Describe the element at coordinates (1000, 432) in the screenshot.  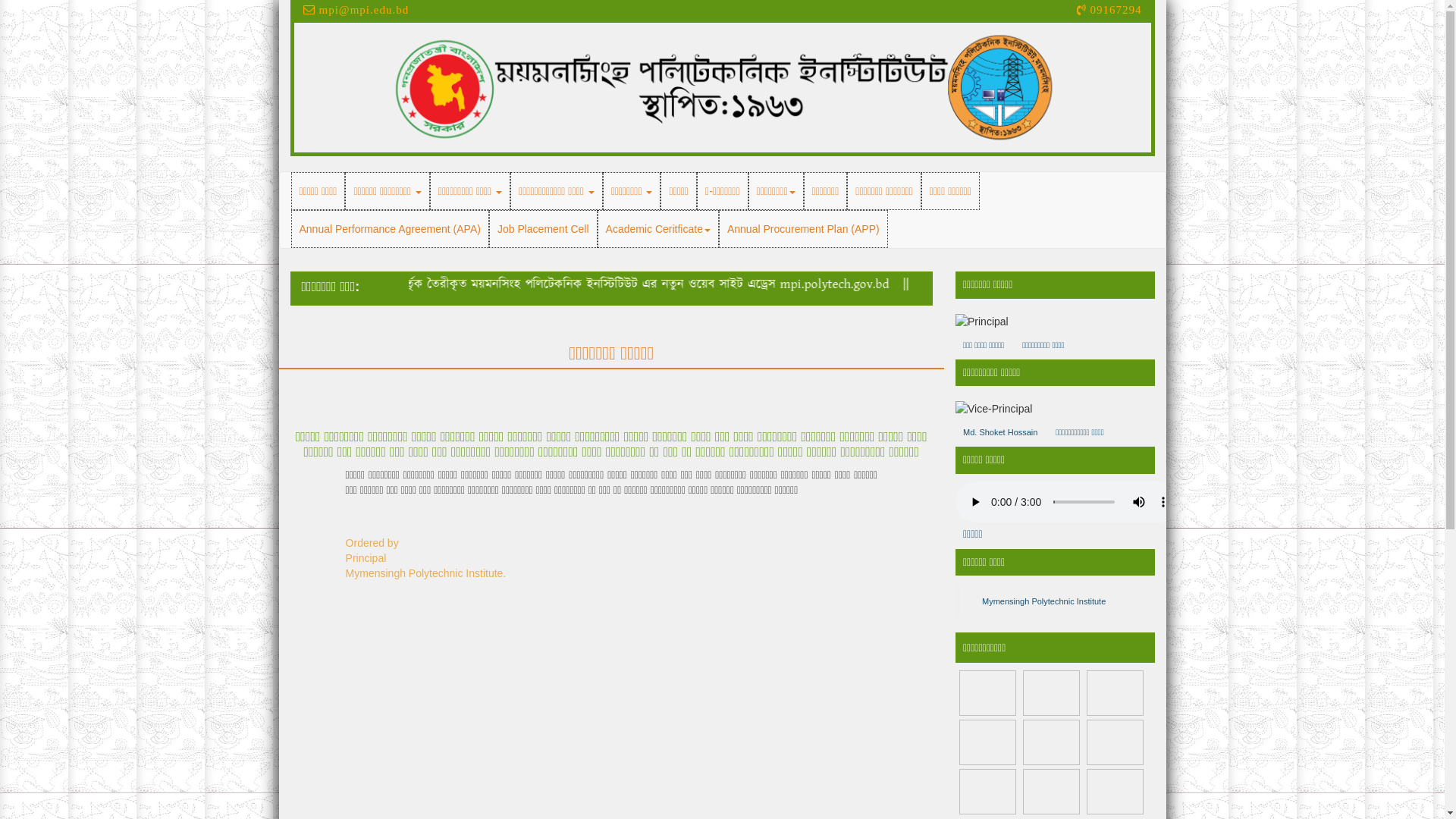
I see `'Md. Shoket Hossain'` at that location.